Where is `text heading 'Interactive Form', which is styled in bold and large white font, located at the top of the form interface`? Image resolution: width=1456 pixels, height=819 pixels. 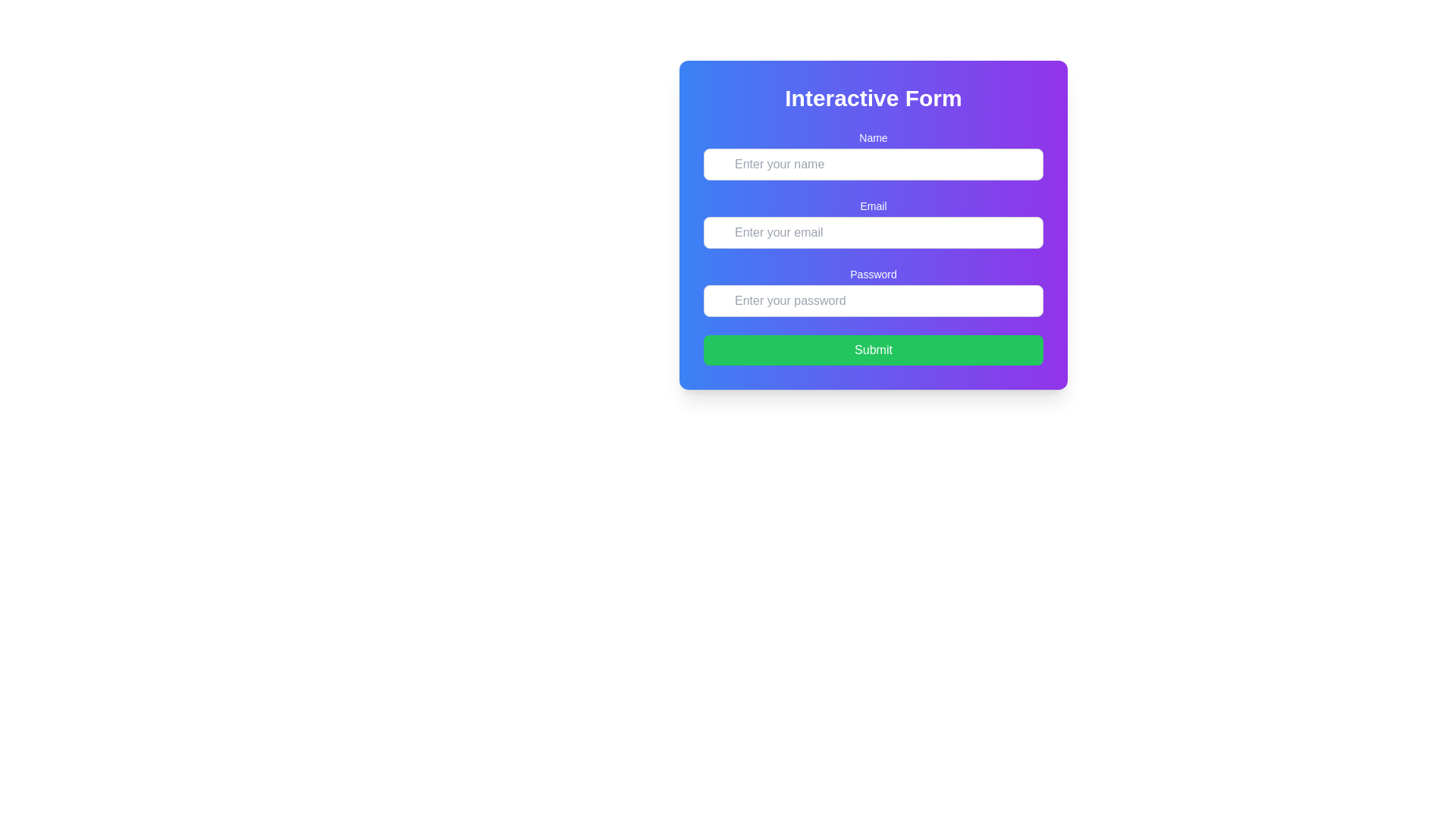 text heading 'Interactive Form', which is styled in bold and large white font, located at the top of the form interface is located at coordinates (874, 99).